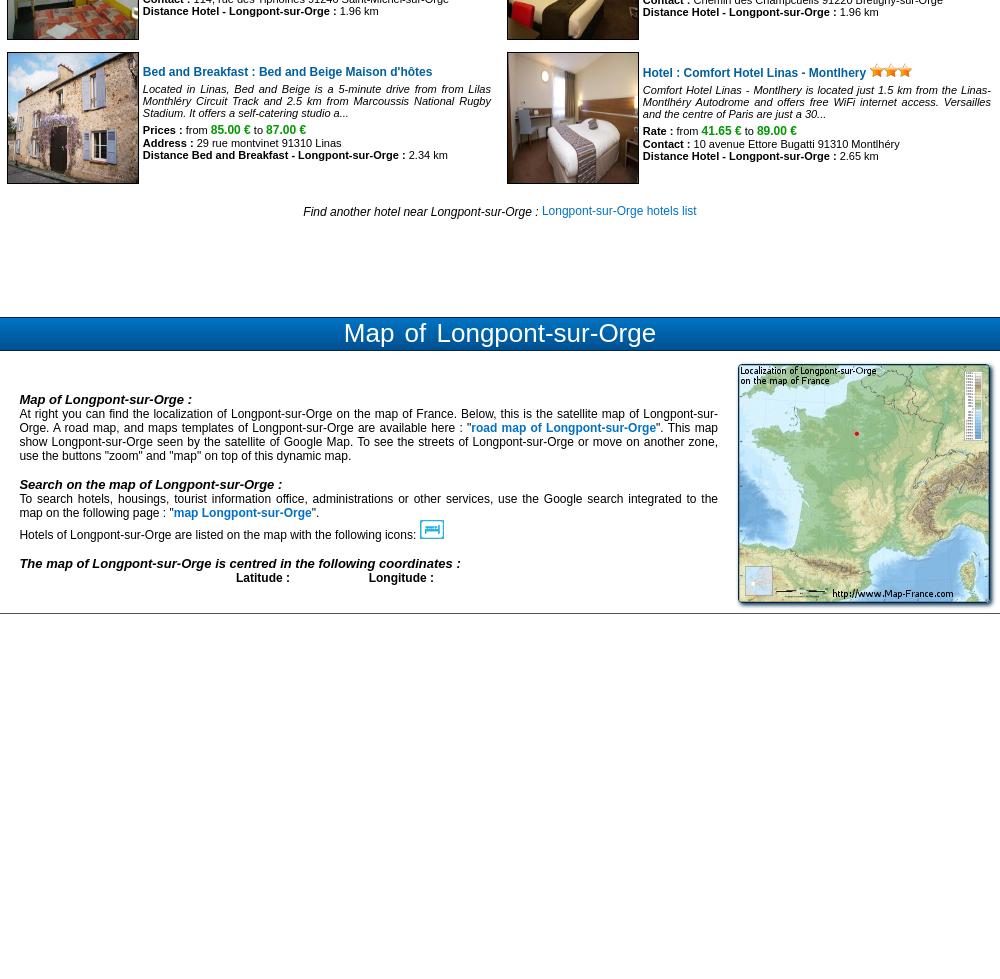 The width and height of the screenshot is (1000, 979). I want to click on 'At right you can find the localization of Longpont-sur-Orge on the map of France. Below, this is the satellite map of Longpont-sur-Orge. A road map, and maps templates of Longpont-sur-Orge are available here : "', so click(367, 419).